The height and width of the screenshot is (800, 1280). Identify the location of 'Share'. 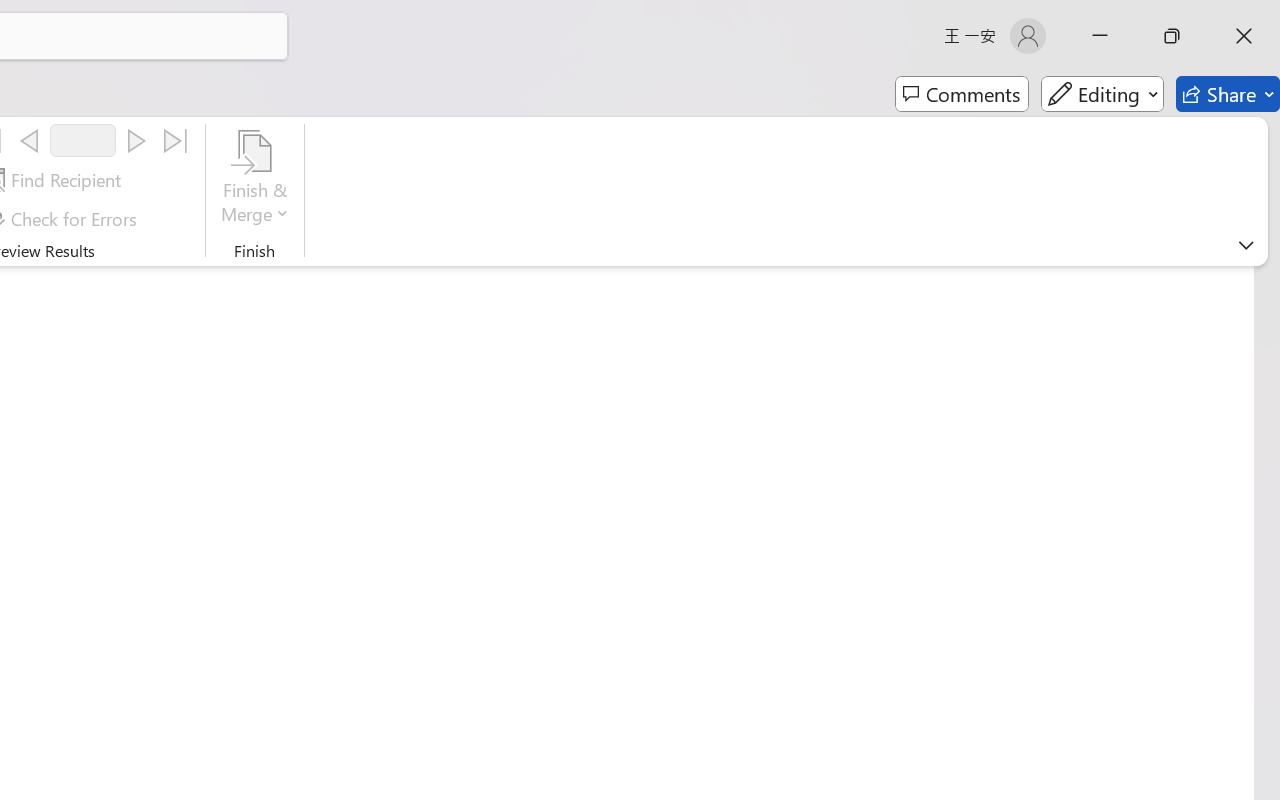
(1227, 94).